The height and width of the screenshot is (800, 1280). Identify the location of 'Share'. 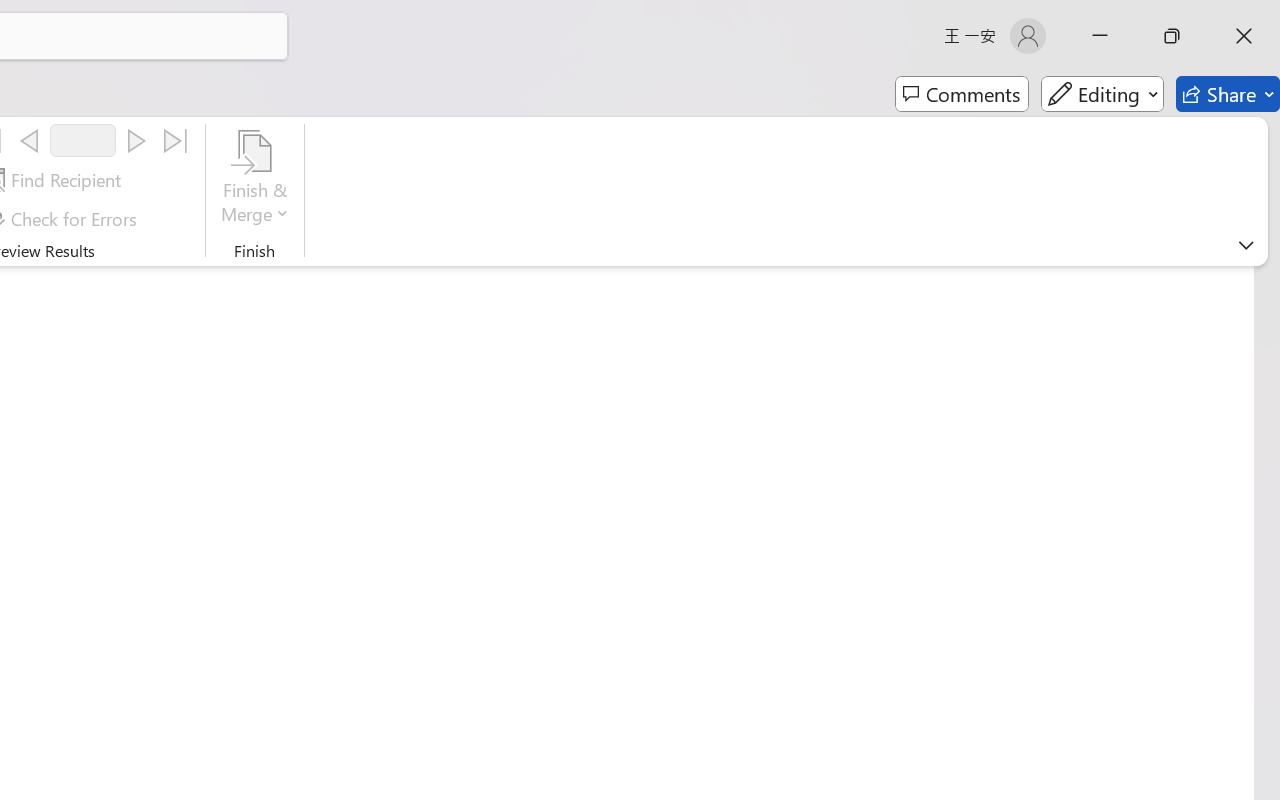
(1227, 94).